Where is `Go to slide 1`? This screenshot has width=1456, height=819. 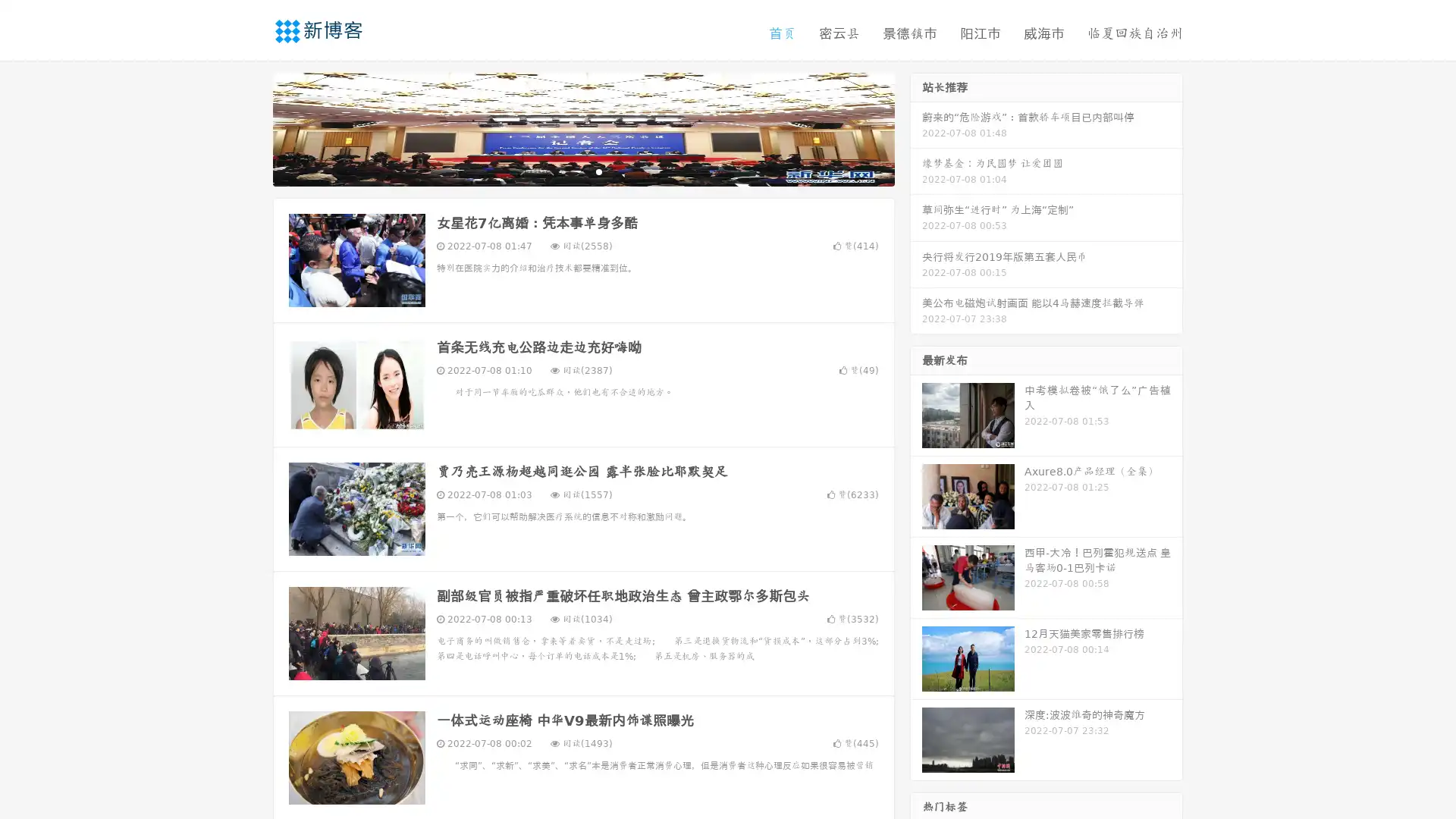
Go to slide 1 is located at coordinates (567, 171).